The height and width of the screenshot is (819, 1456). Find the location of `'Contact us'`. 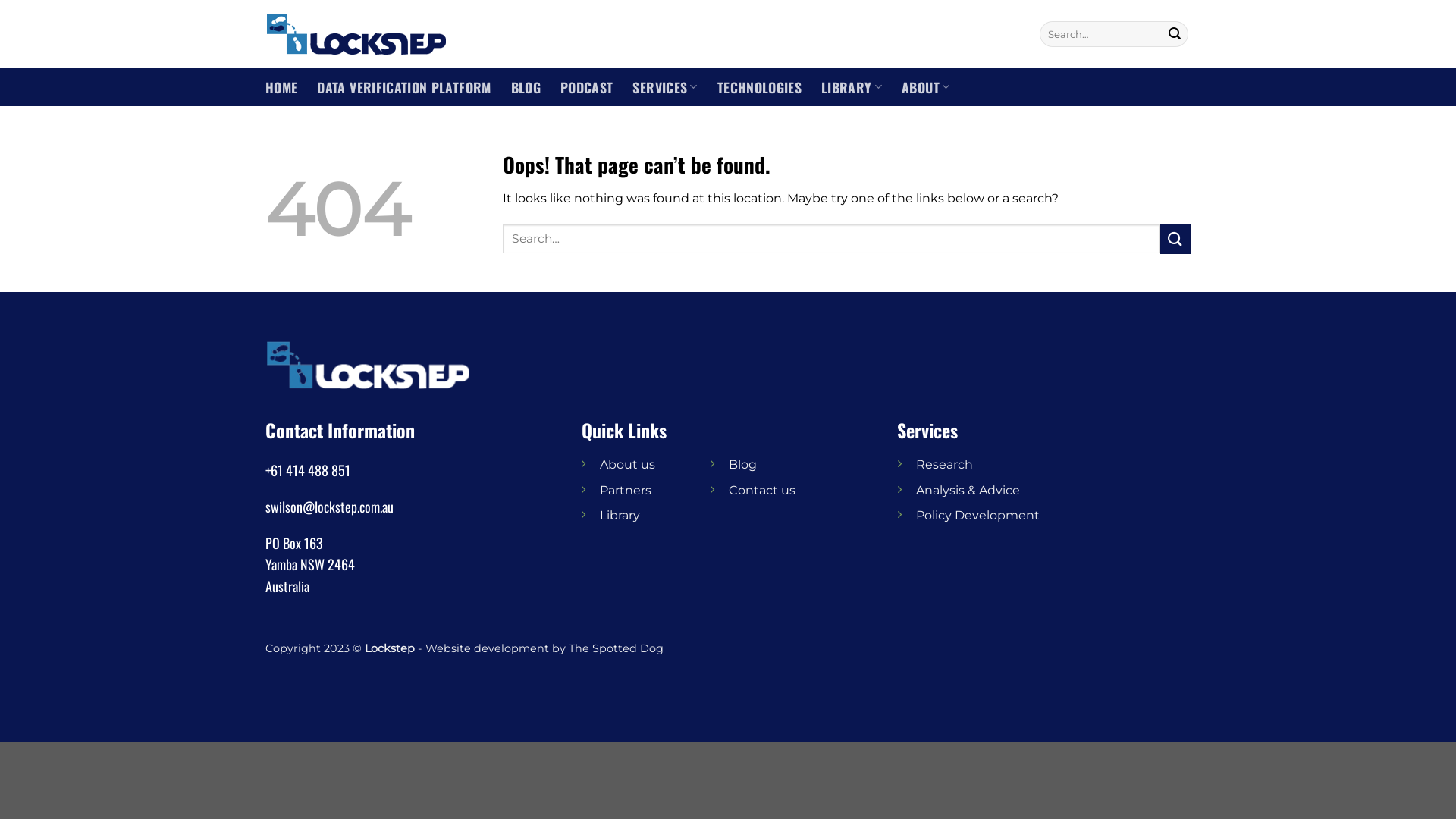

'Contact us' is located at coordinates (761, 490).